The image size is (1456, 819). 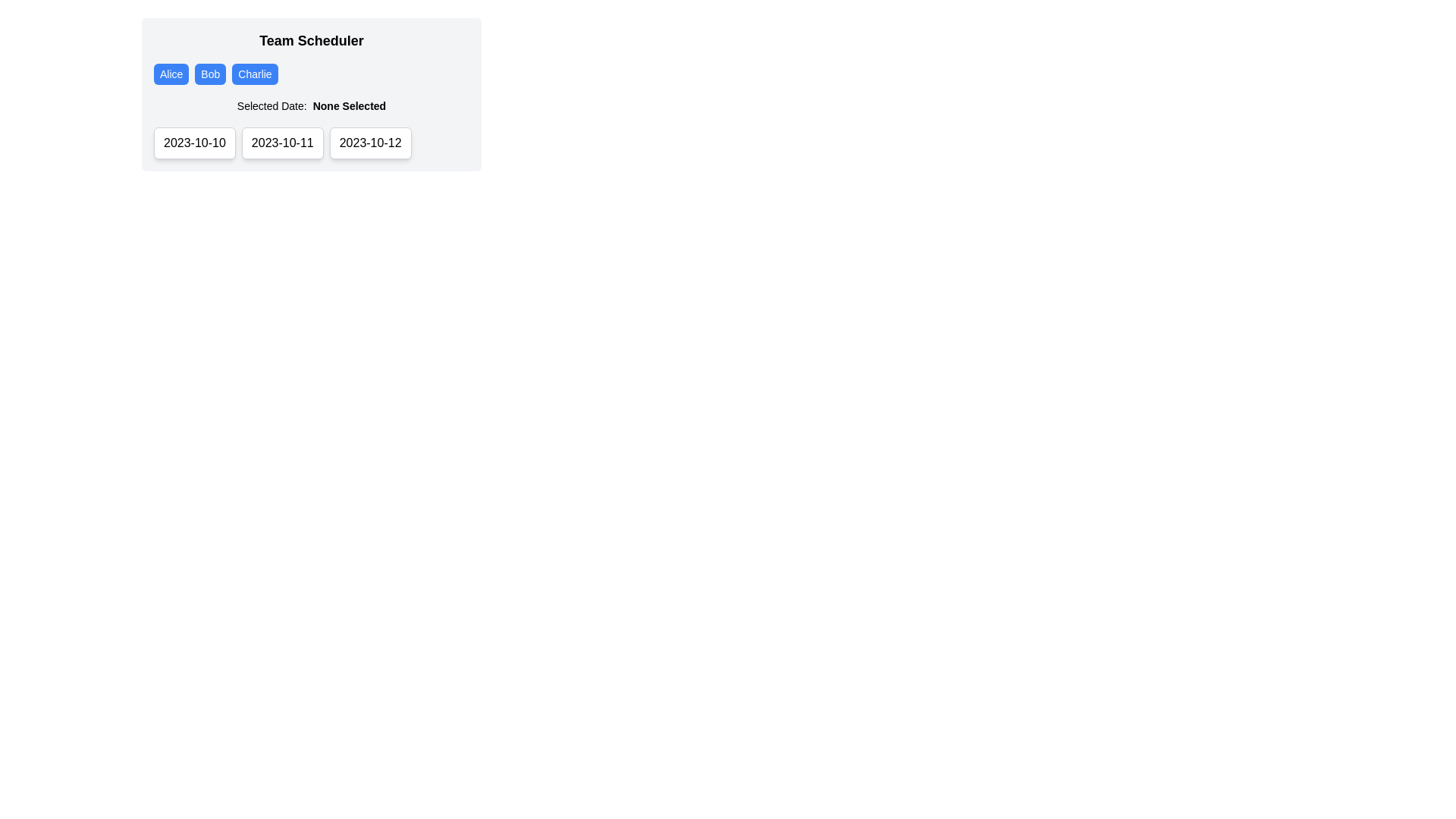 What do you see at coordinates (193, 143) in the screenshot?
I see `the button labeled '2023-10-10' with a white background and light gray outline` at bounding box center [193, 143].